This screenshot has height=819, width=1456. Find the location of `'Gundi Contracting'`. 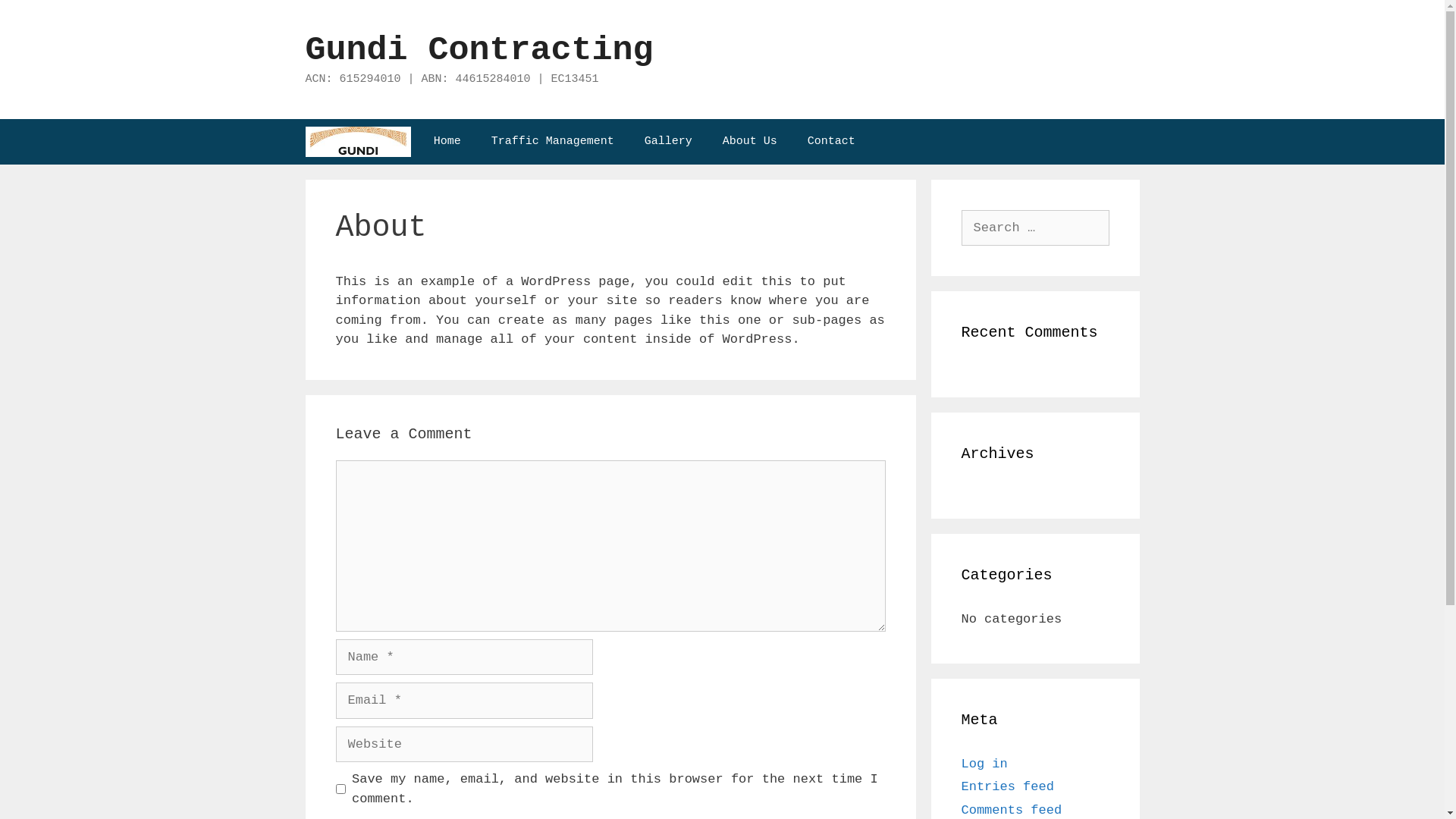

'Gundi Contracting' is located at coordinates (478, 49).